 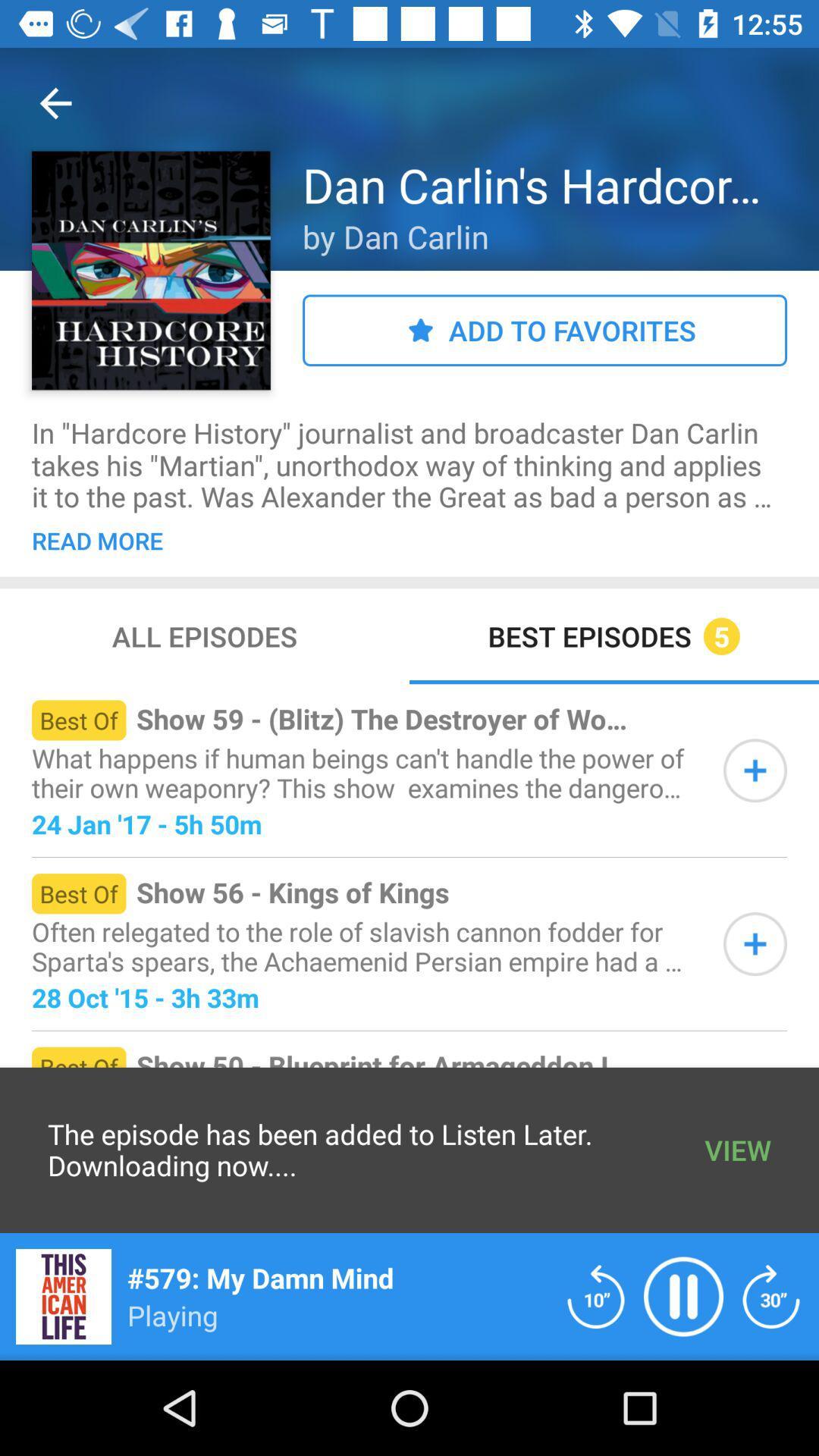 What do you see at coordinates (683, 1295) in the screenshot?
I see `the pause icon` at bounding box center [683, 1295].